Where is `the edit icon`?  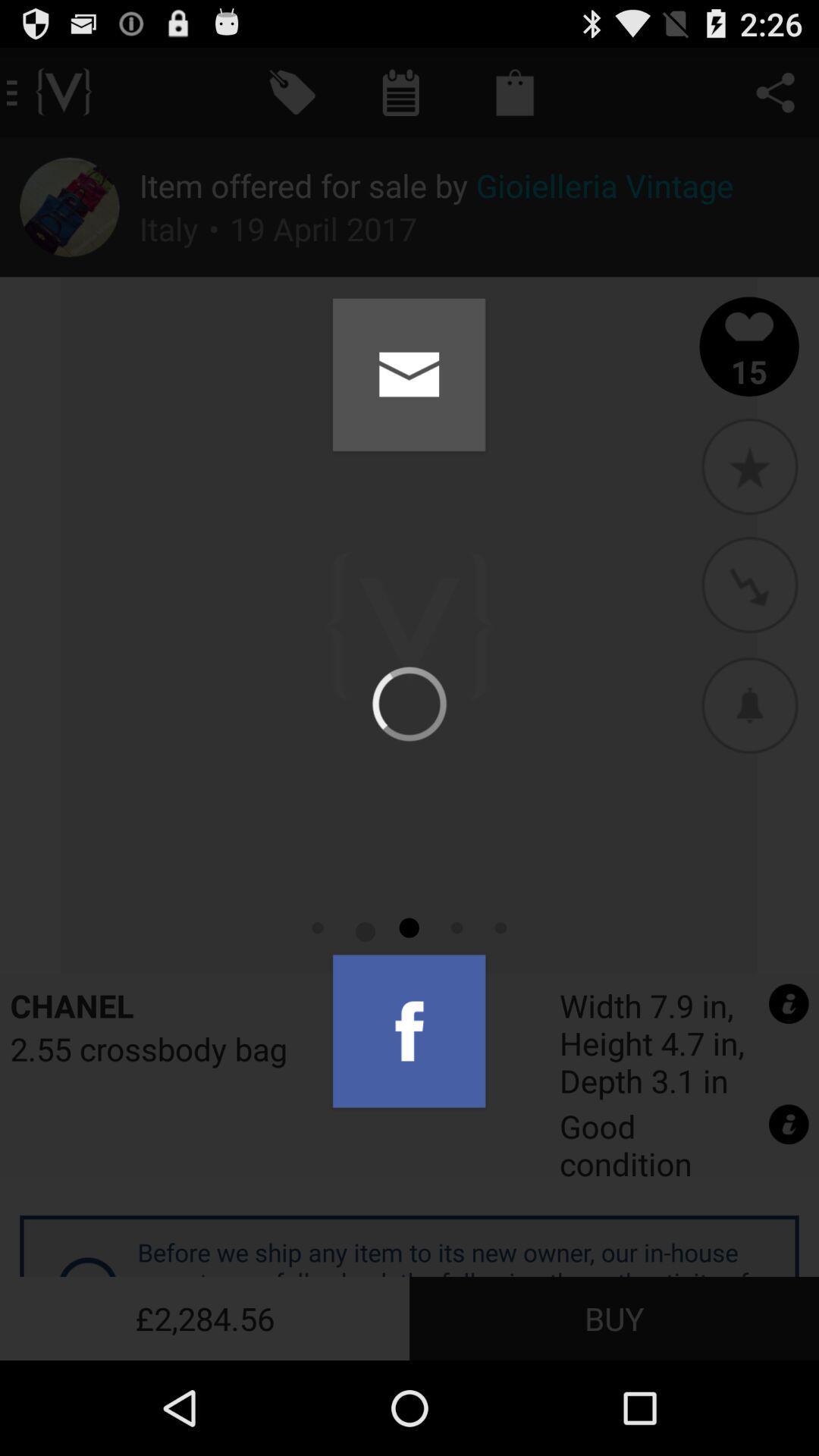 the edit icon is located at coordinates (69, 221).